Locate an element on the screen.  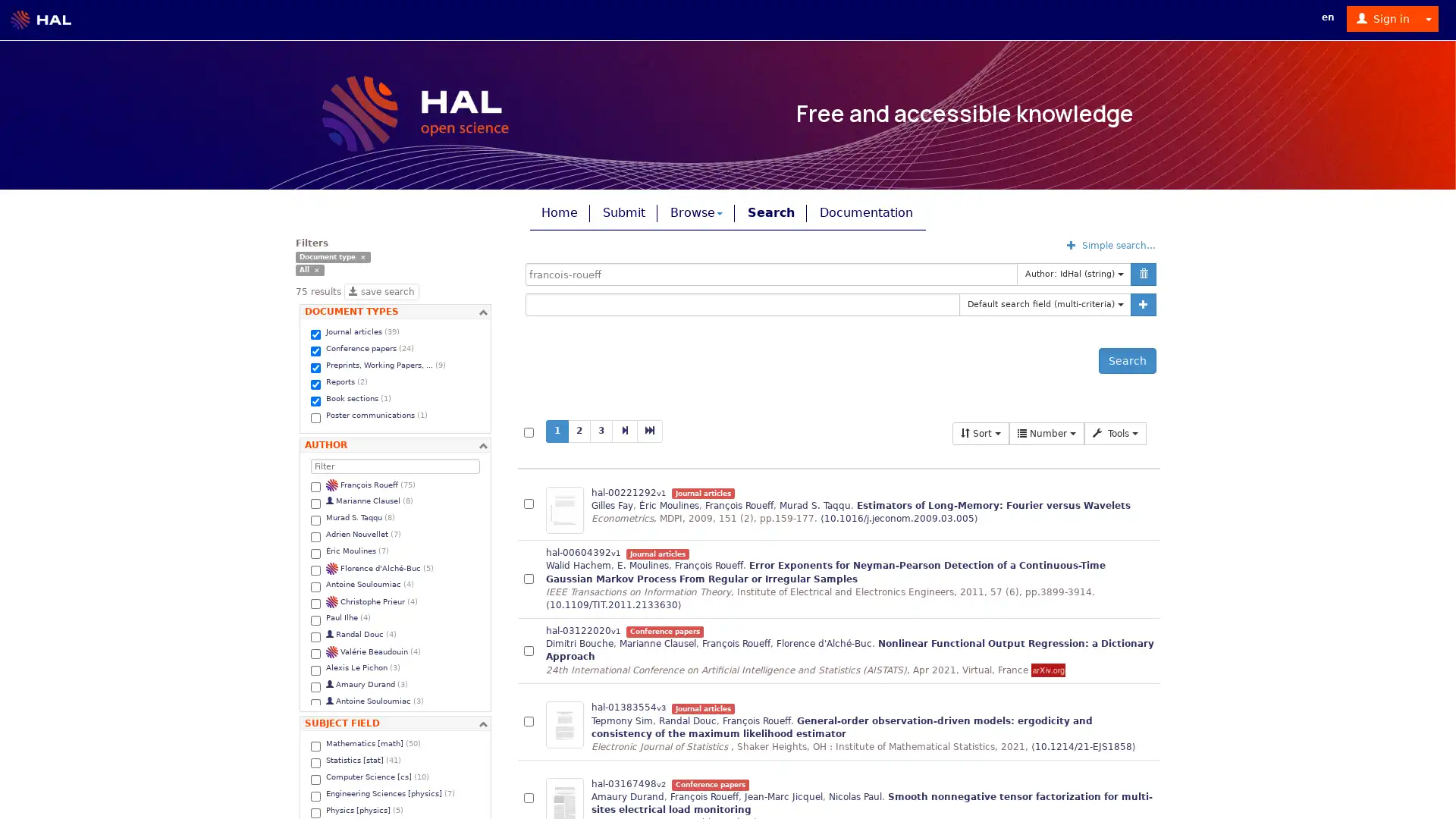
Number is located at coordinates (1046, 432).